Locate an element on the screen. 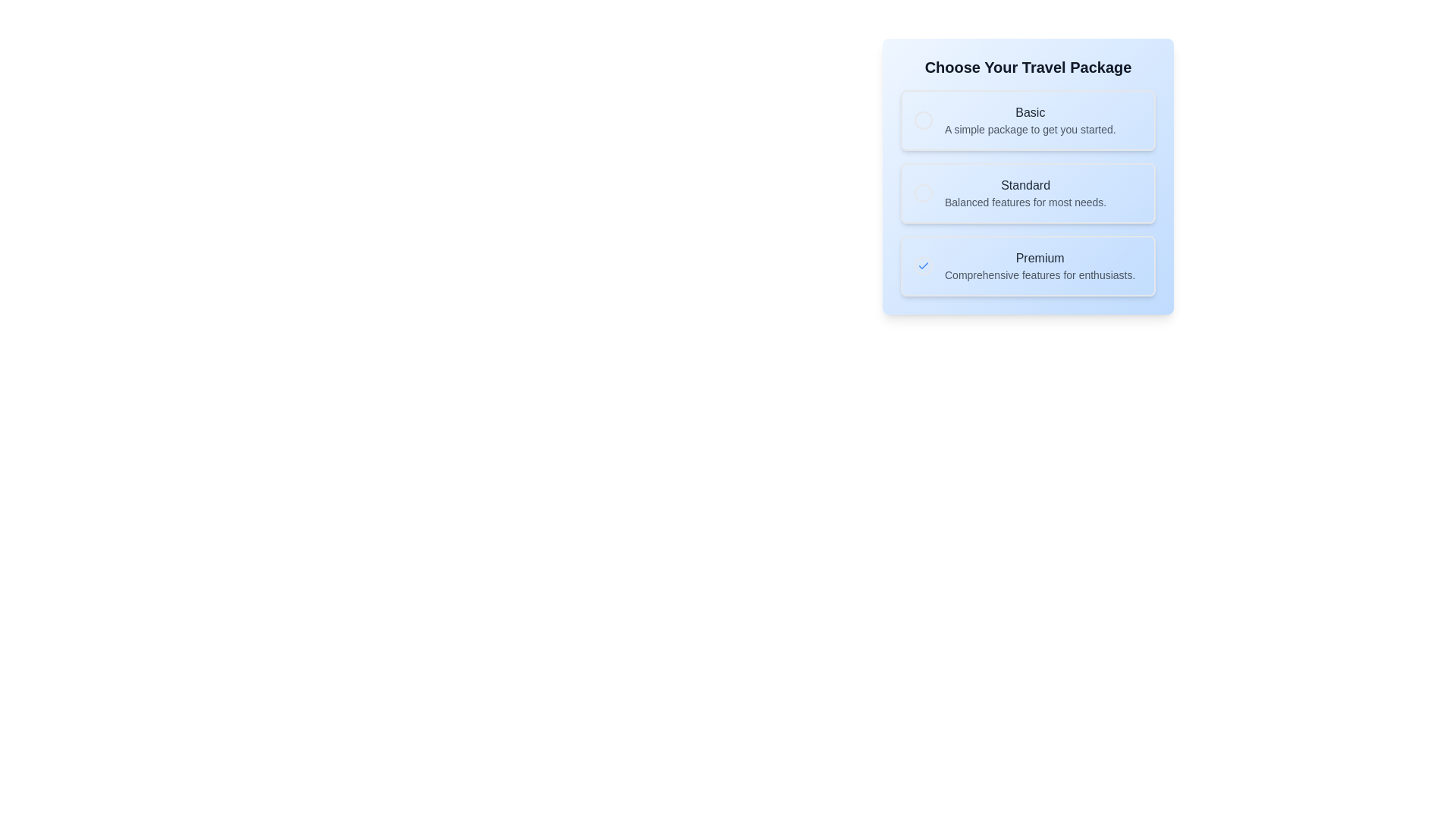 This screenshot has height=819, width=1456. the non-interactive Text label that provides a descriptive explanation of the 'Basic' option, positioned centrally below the 'Basic' title is located at coordinates (1030, 128).